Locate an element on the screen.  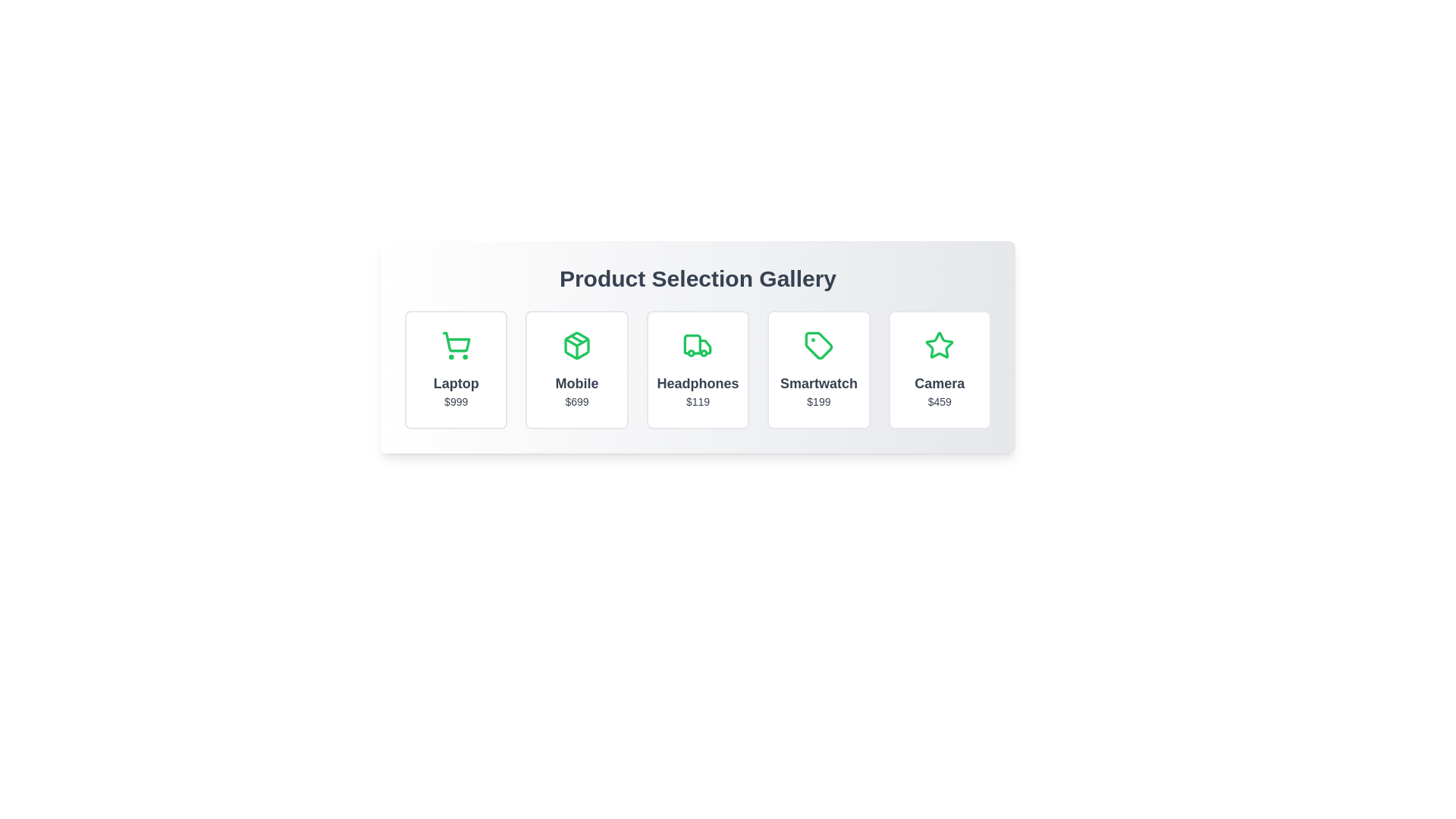
text content of the prominent 'Laptop' label positioned on the leftmost card in the product selection gallery, located below a green shopping cart icon and above the '$999' text is located at coordinates (455, 382).